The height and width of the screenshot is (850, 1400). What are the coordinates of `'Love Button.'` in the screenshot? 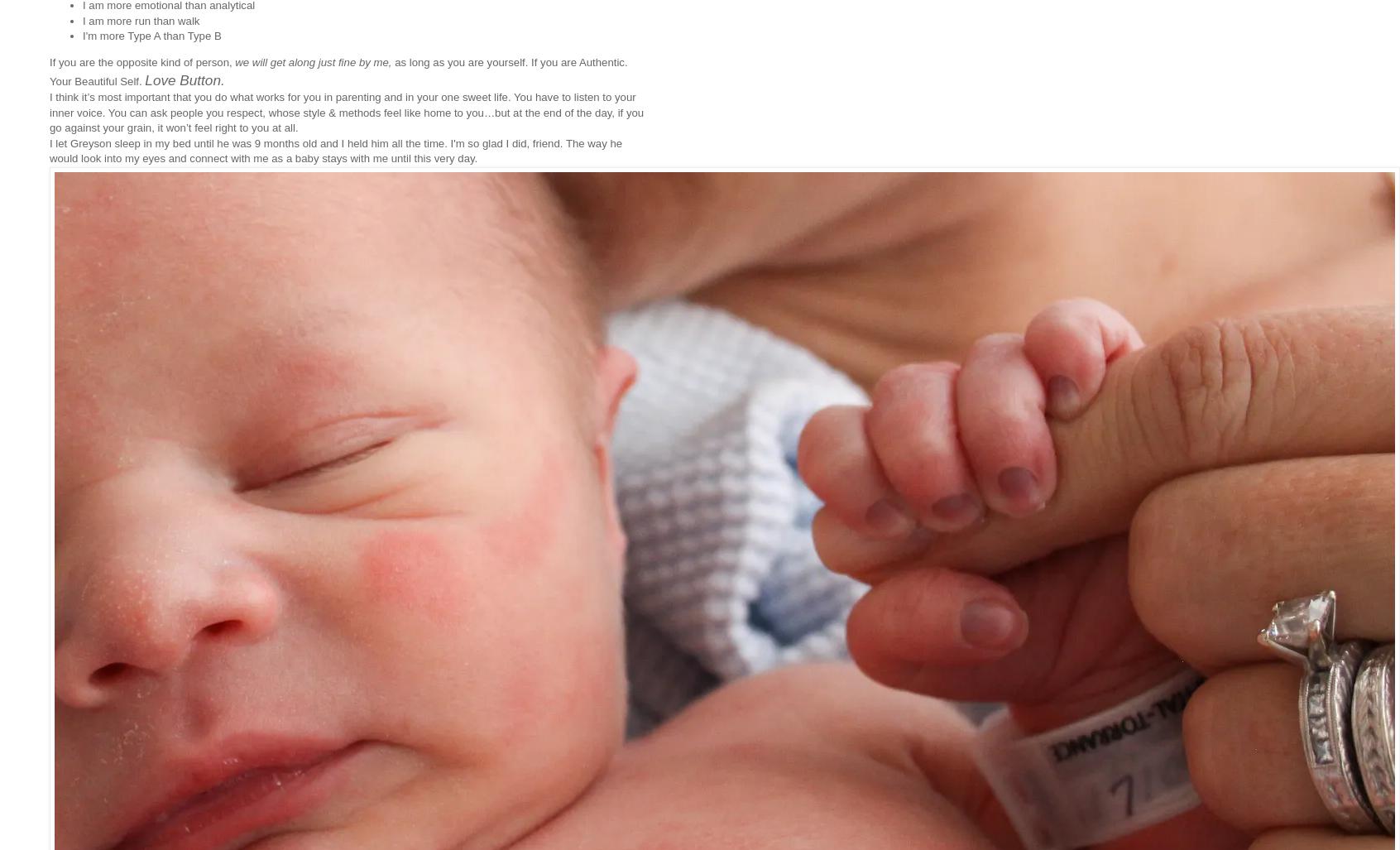 It's located at (185, 79).